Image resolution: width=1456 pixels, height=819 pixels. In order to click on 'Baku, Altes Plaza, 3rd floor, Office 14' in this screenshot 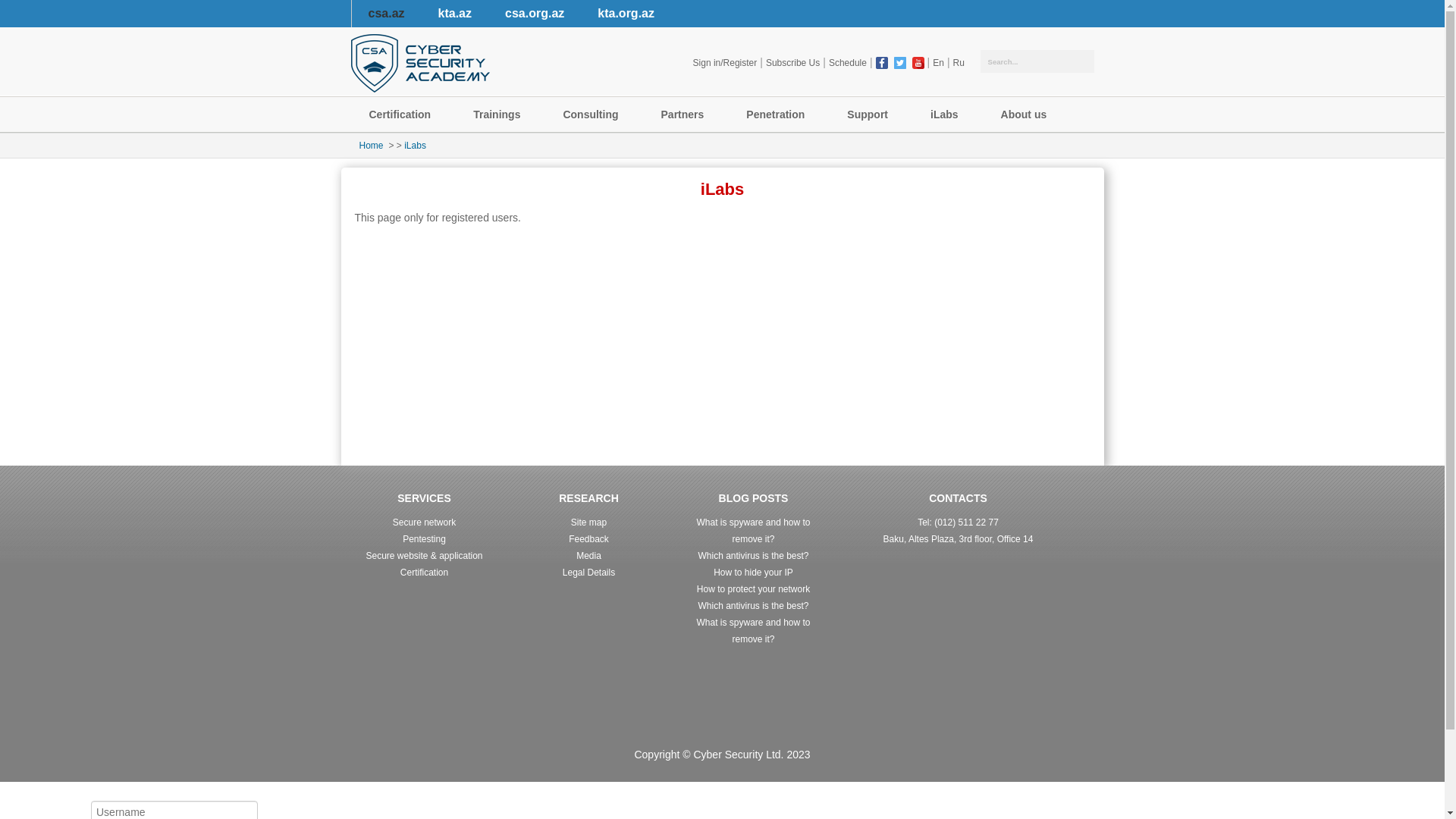, I will do `click(957, 538)`.